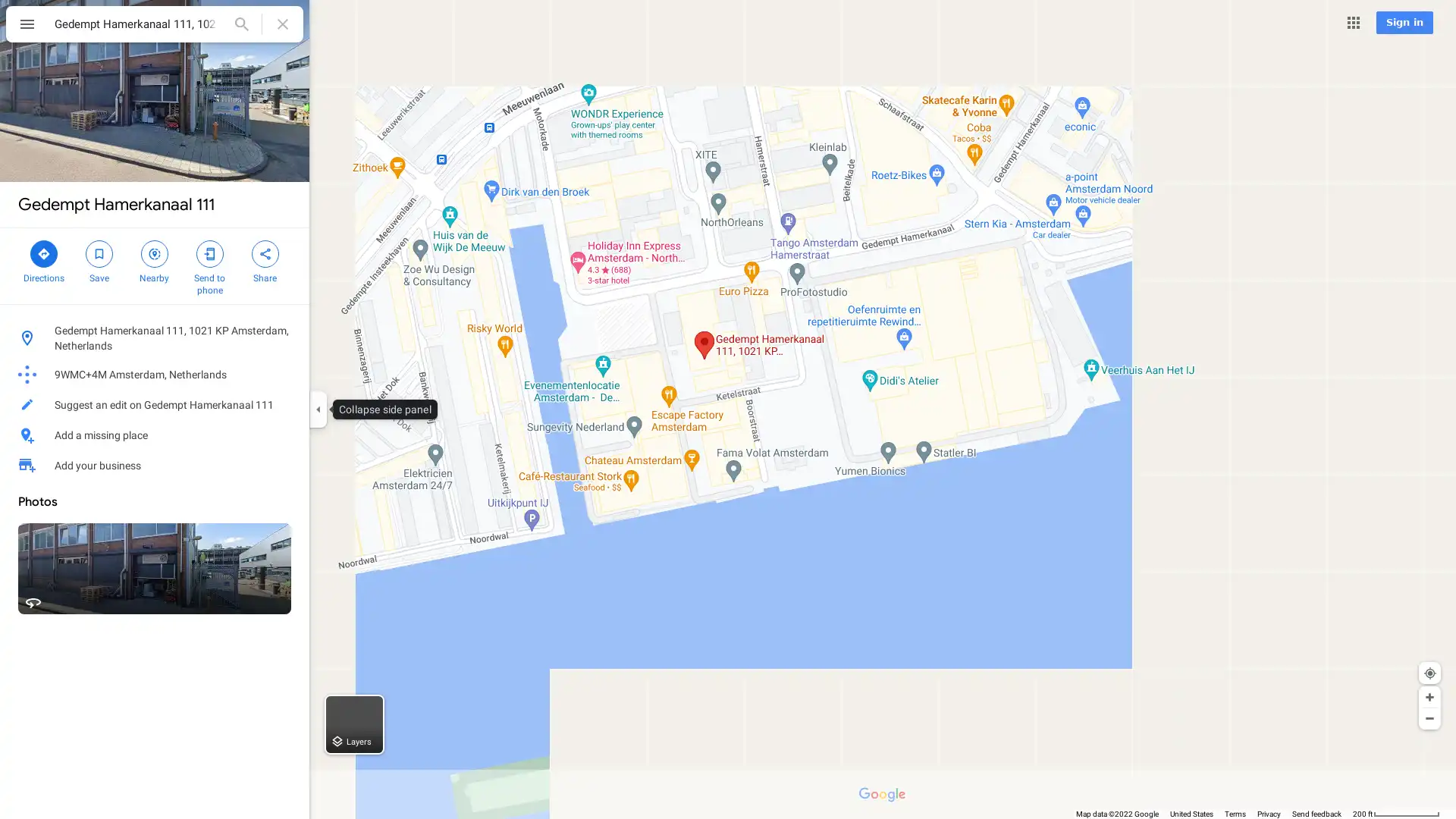  What do you see at coordinates (27, 26) in the screenshot?
I see `Menu` at bounding box center [27, 26].